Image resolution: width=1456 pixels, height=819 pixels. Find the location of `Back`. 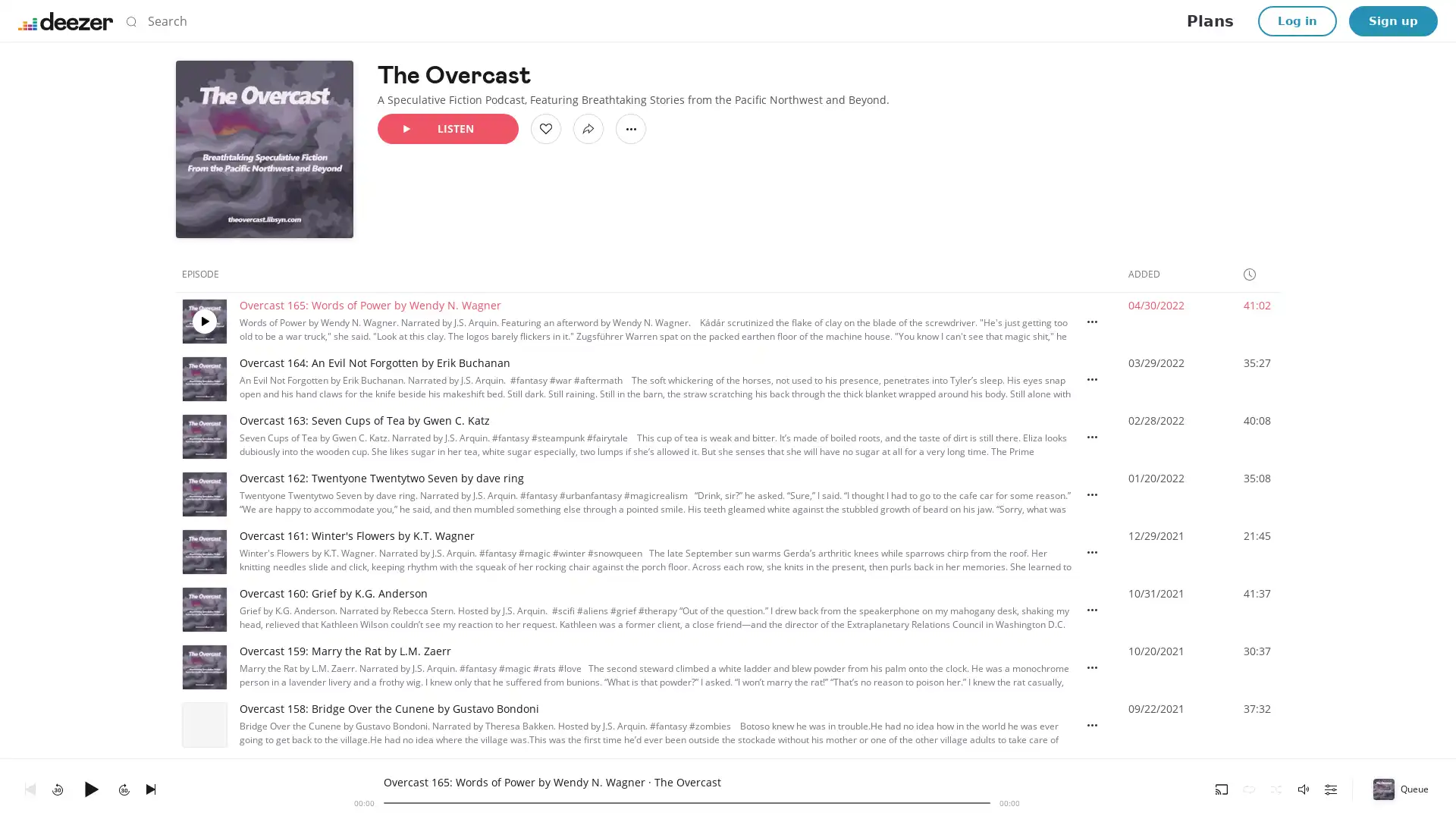

Back is located at coordinates (30, 788).